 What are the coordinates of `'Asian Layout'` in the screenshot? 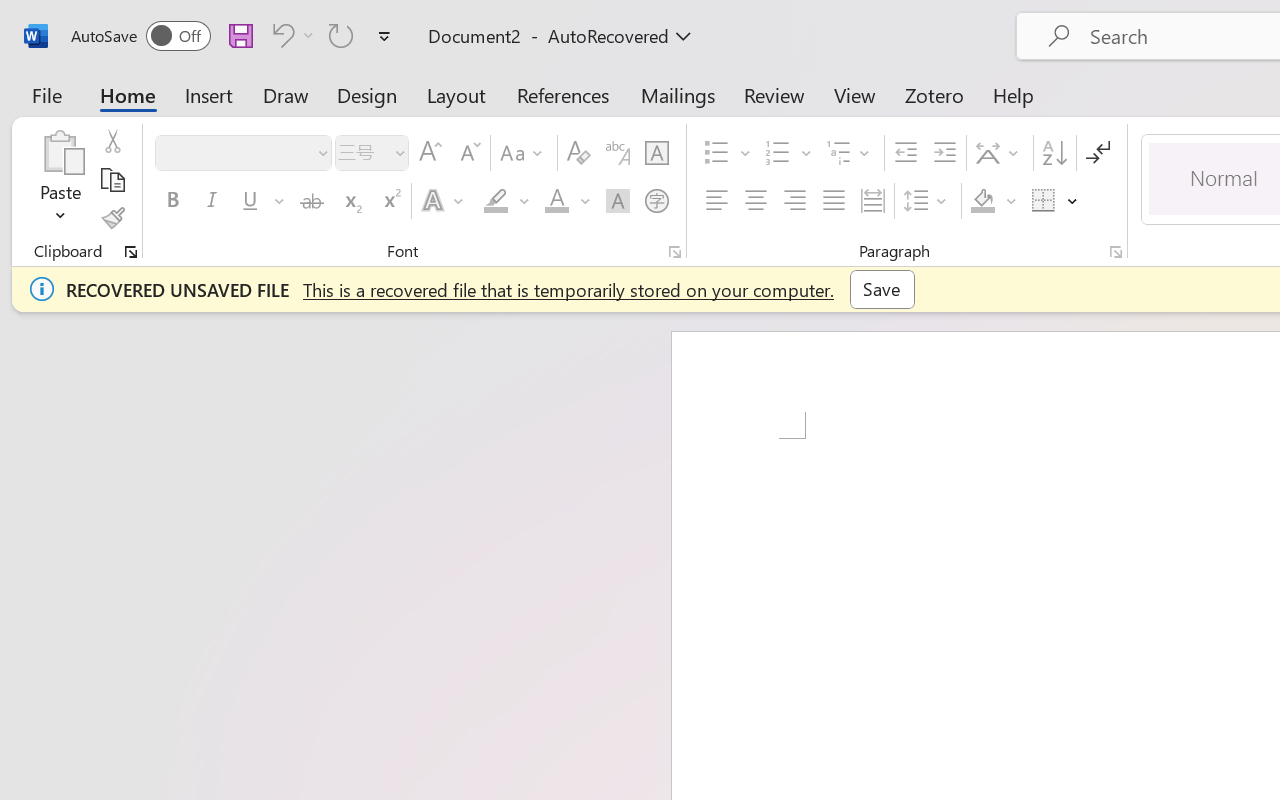 It's located at (1000, 153).